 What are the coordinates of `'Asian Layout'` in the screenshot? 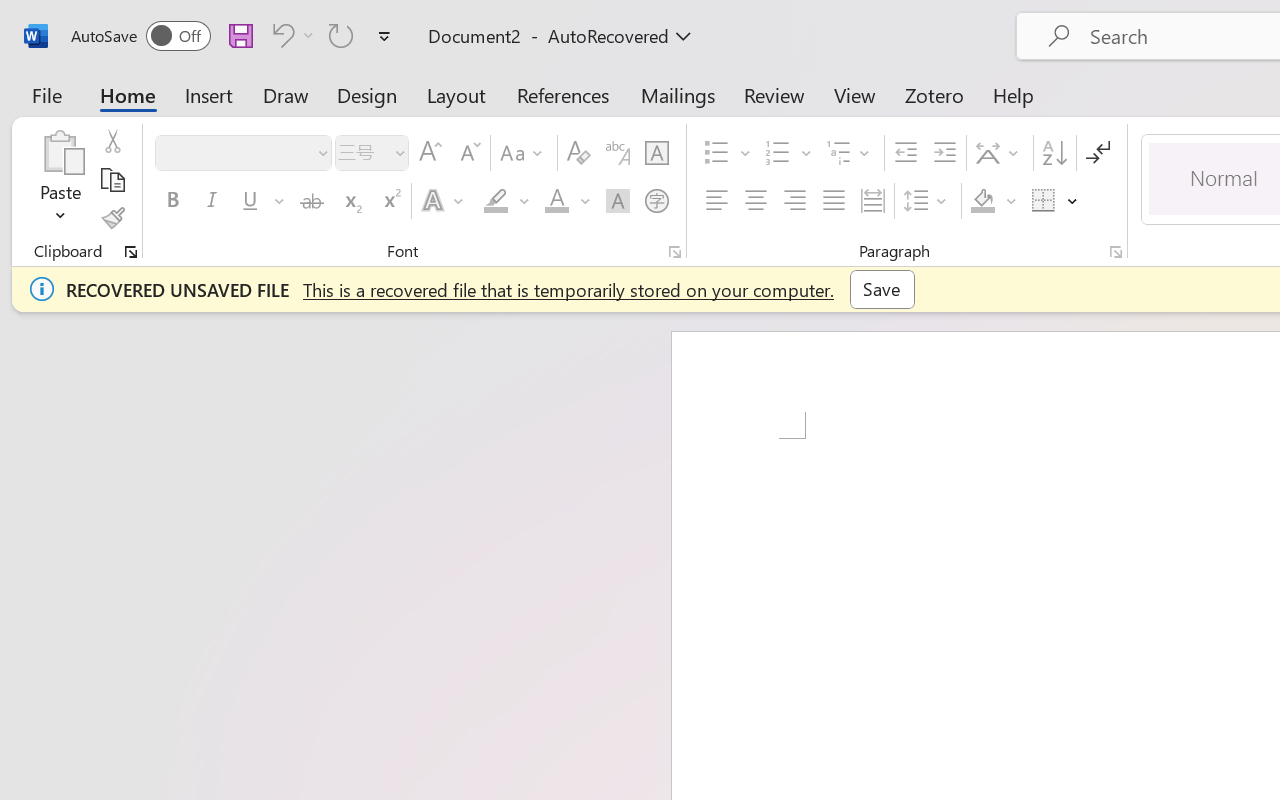 It's located at (1000, 153).